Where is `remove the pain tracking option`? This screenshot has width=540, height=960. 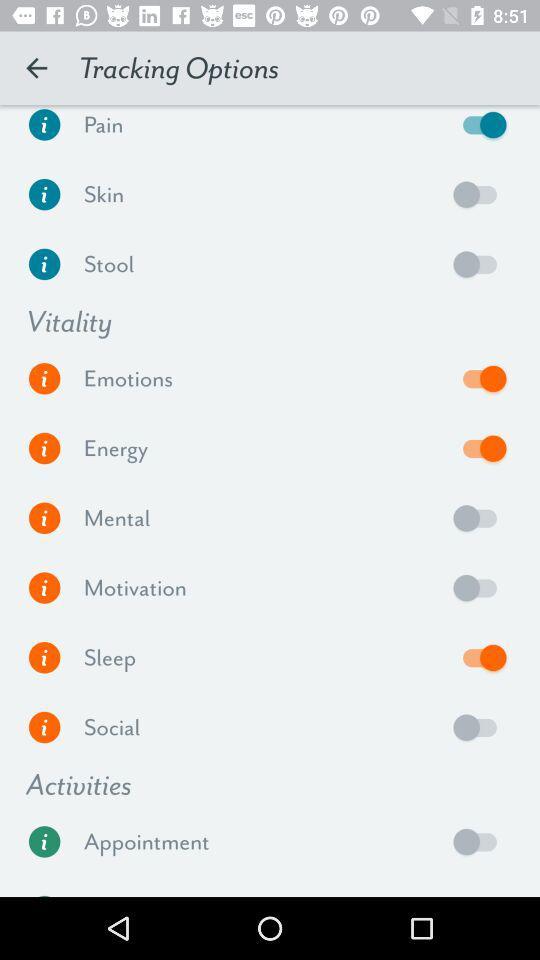
remove the pain tracking option is located at coordinates (479, 128).